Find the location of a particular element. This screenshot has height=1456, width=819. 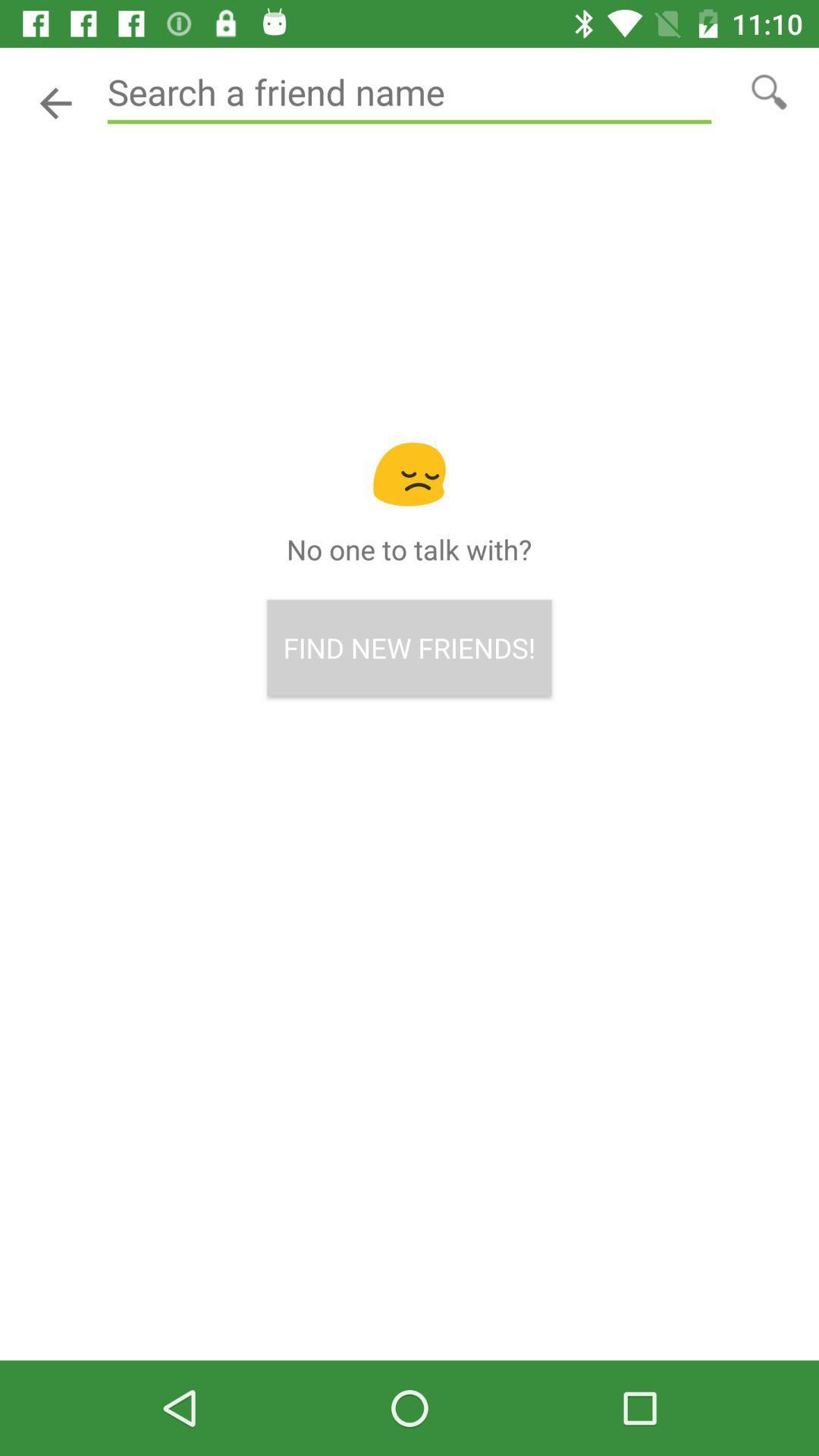

search for a name is located at coordinates (769, 90).